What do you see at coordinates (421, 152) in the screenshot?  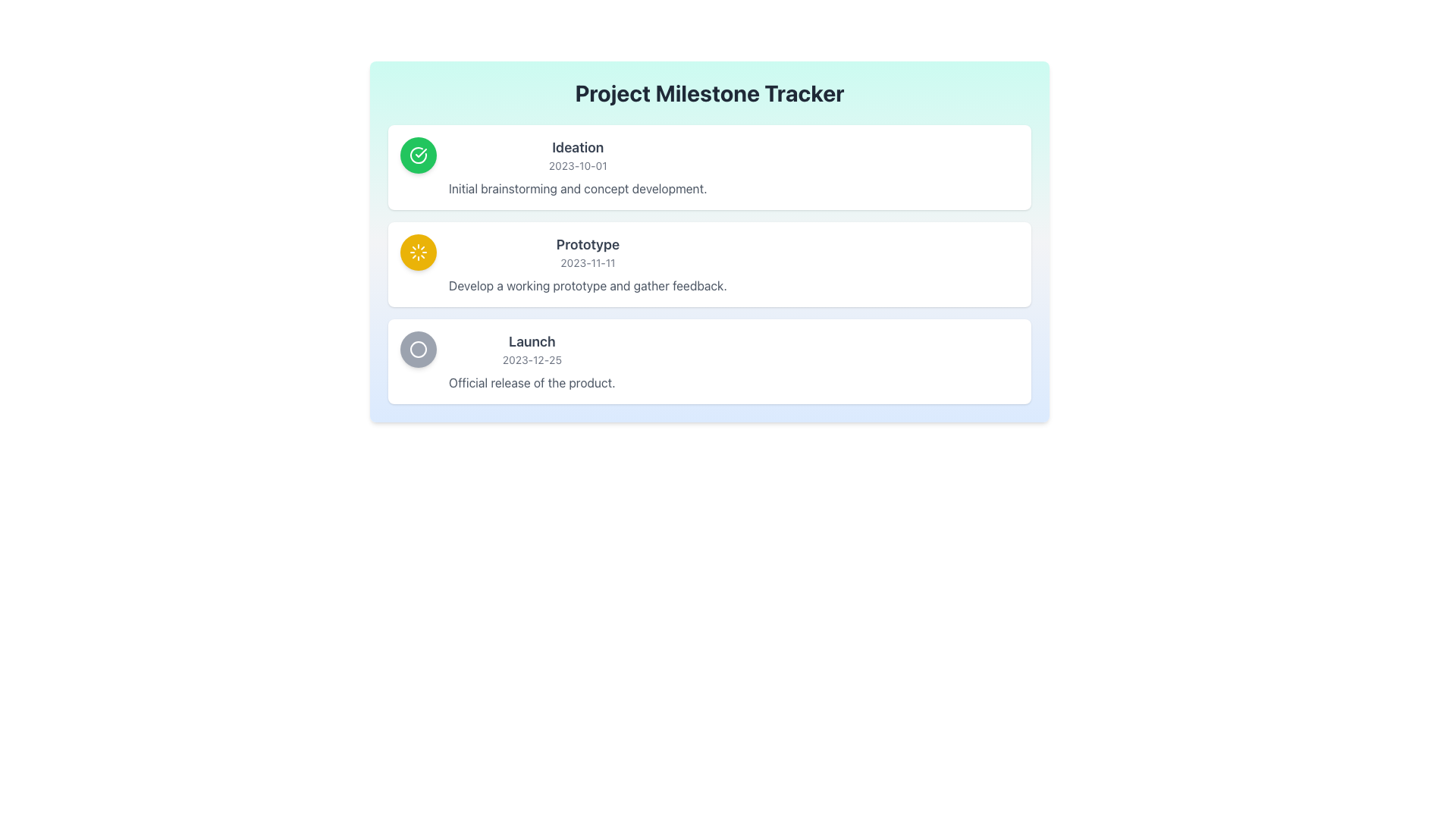 I see `the checkmark icon indicating completion status within the circular SVG icon in the top-left section of the 'Ideation' milestone card` at bounding box center [421, 152].